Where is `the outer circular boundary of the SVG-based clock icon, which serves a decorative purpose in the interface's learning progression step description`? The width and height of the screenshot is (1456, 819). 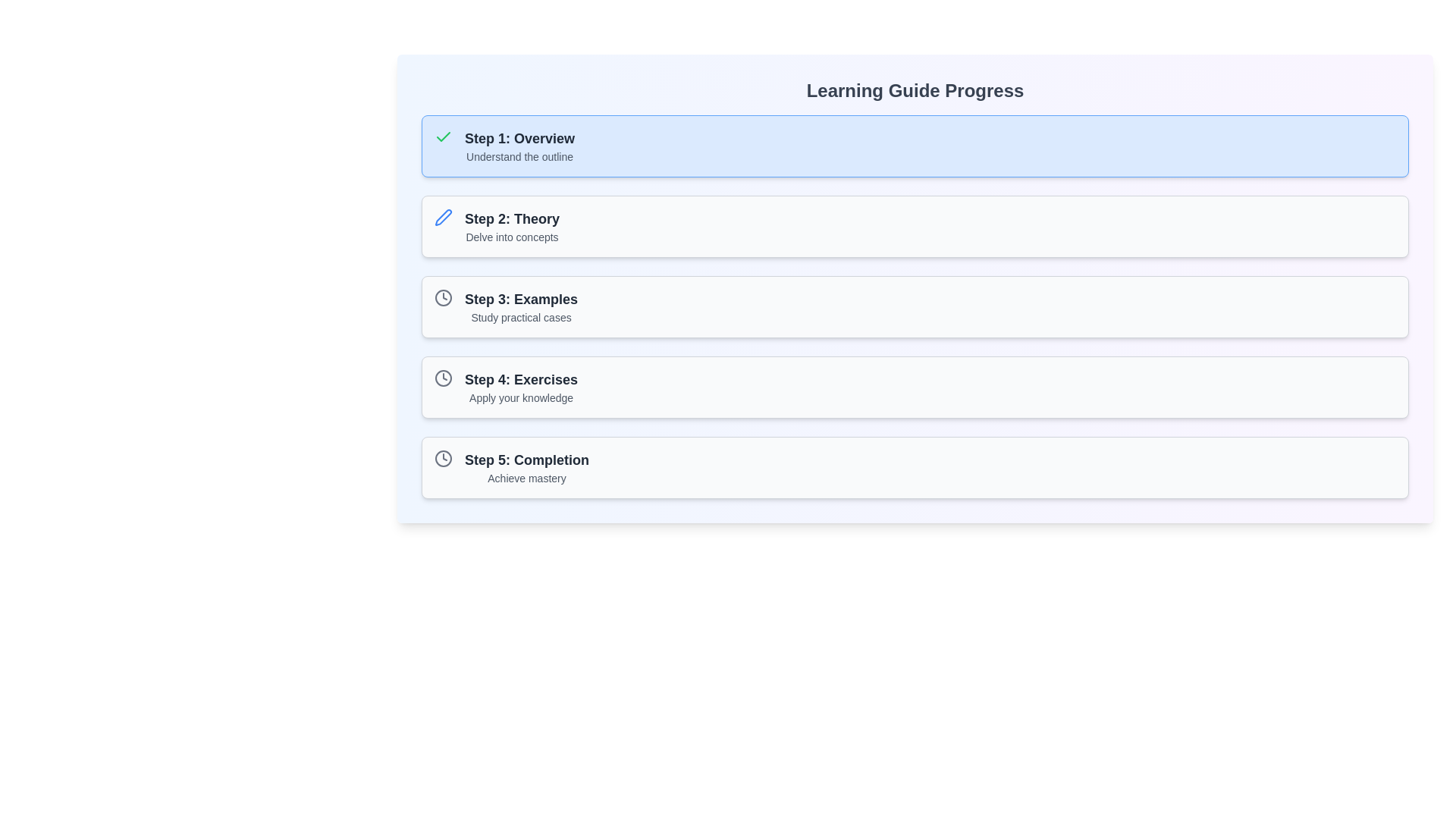
the outer circular boundary of the SVG-based clock icon, which serves a decorative purpose in the interface's learning progression step description is located at coordinates (443, 298).